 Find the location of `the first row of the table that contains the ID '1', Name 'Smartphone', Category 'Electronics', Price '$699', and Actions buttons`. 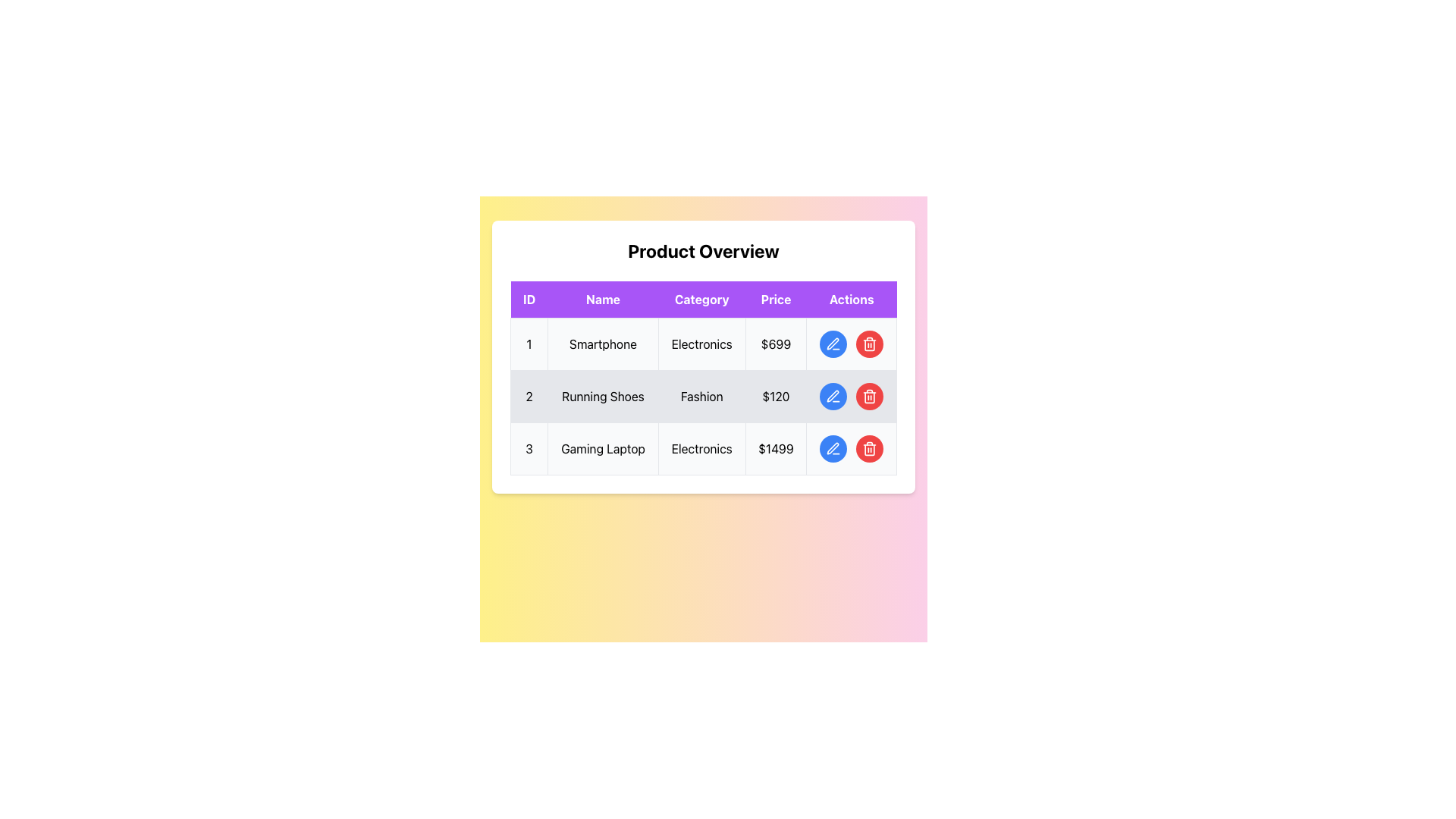

the first row of the table that contains the ID '1', Name 'Smartphone', Category 'Electronics', Price '$699', and Actions buttons is located at coordinates (702, 344).